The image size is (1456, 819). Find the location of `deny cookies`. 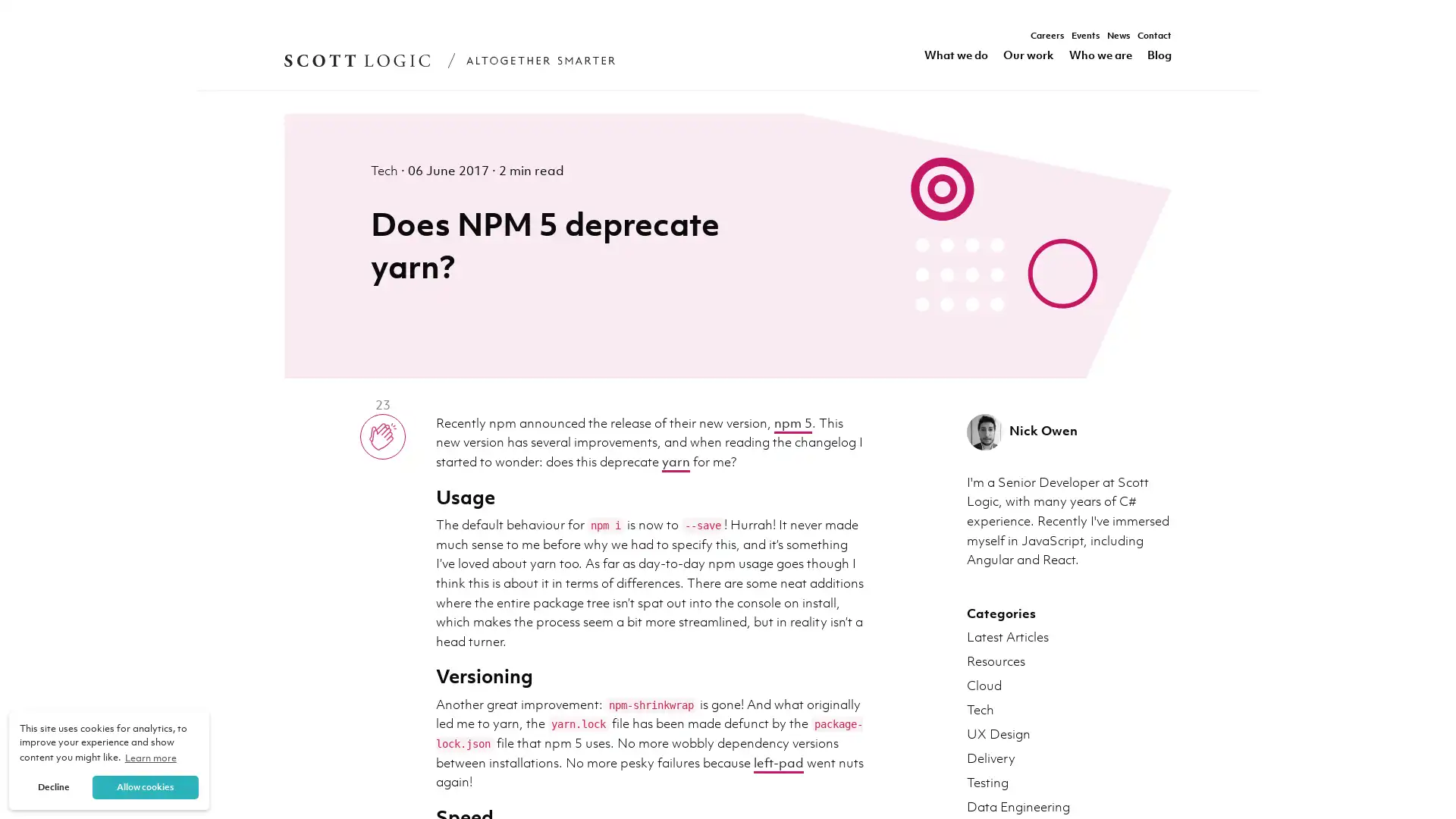

deny cookies is located at coordinates (54, 786).